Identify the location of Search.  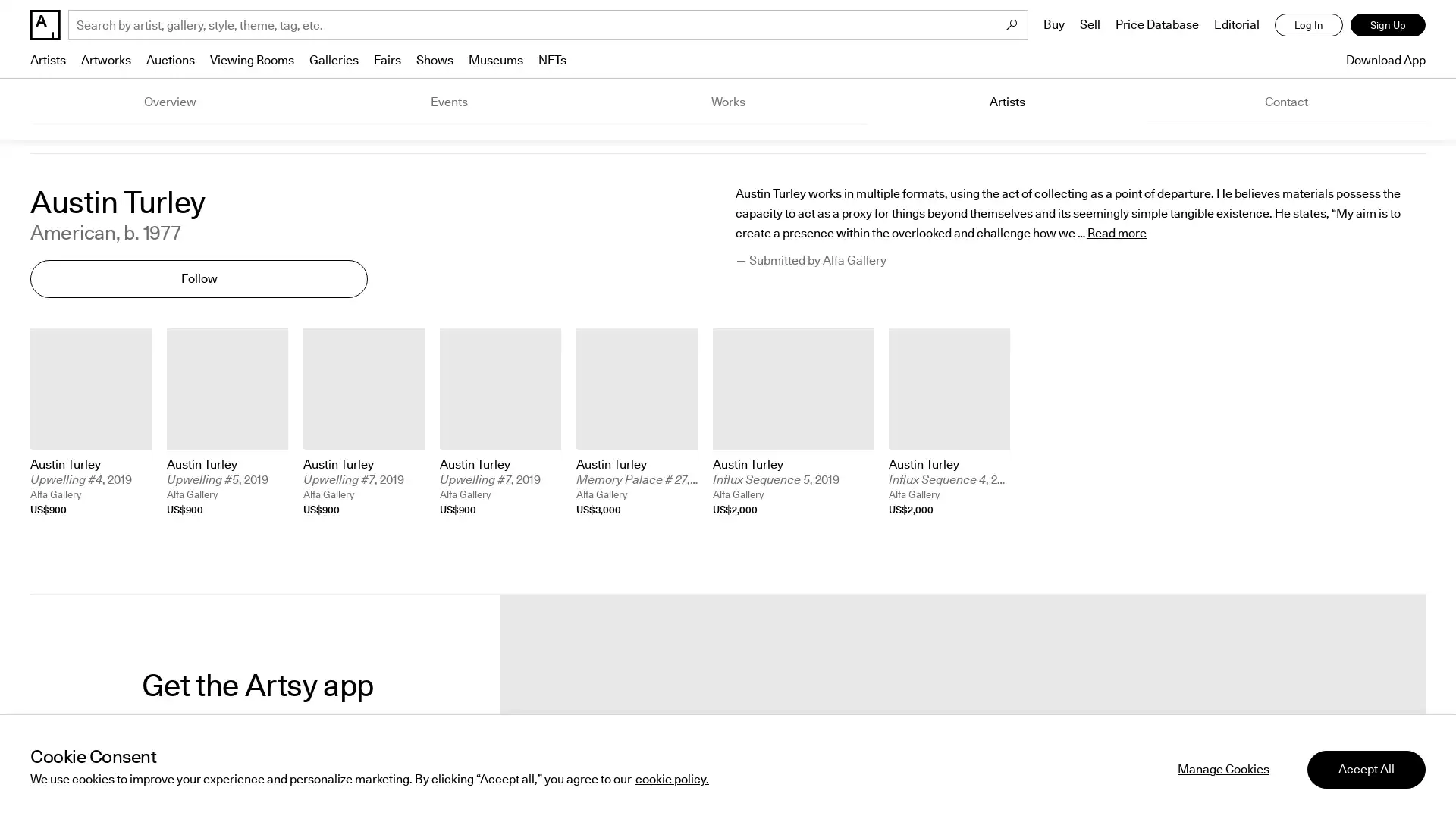
(1012, 25).